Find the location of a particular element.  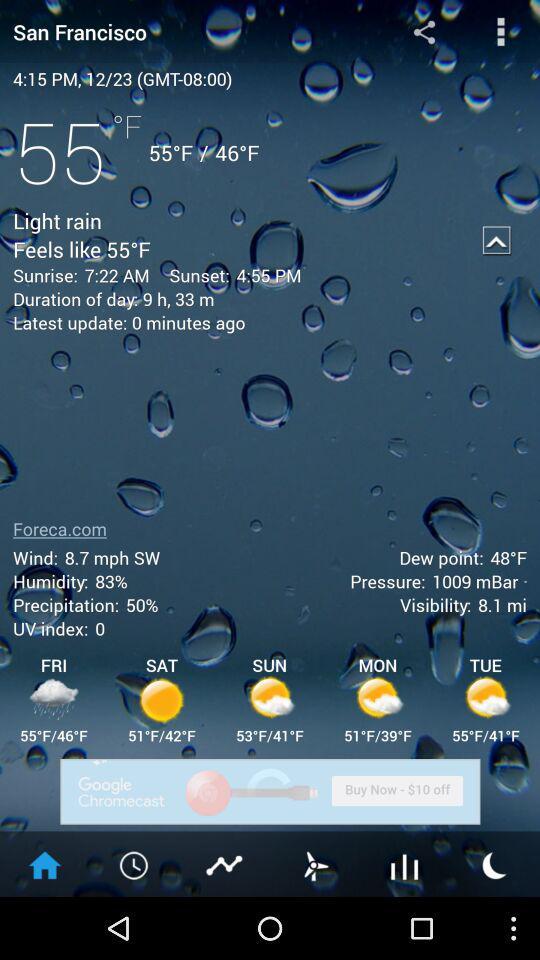

open hourly forecast is located at coordinates (135, 863).